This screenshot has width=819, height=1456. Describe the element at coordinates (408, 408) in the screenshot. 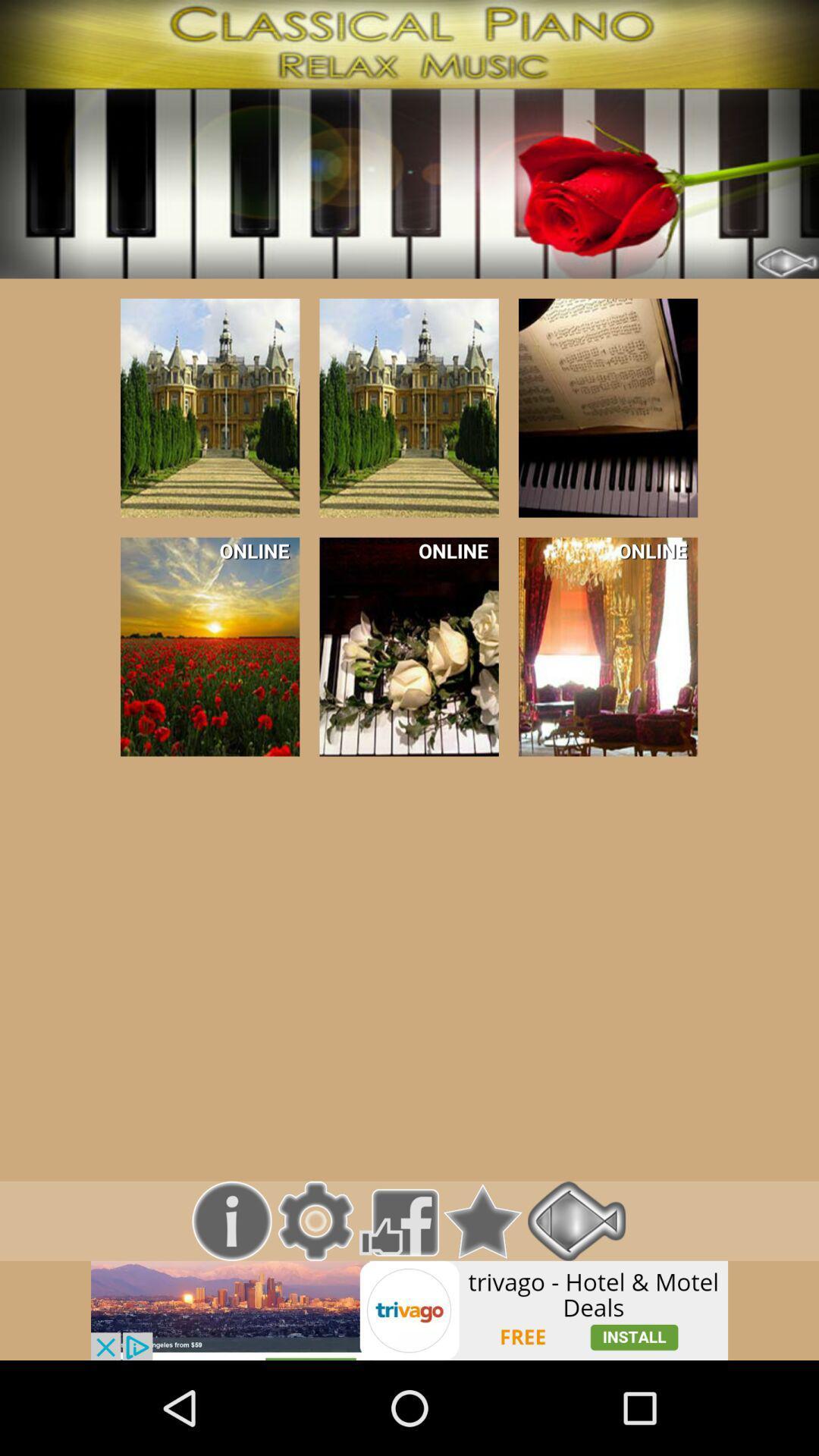

I see `this music` at that location.